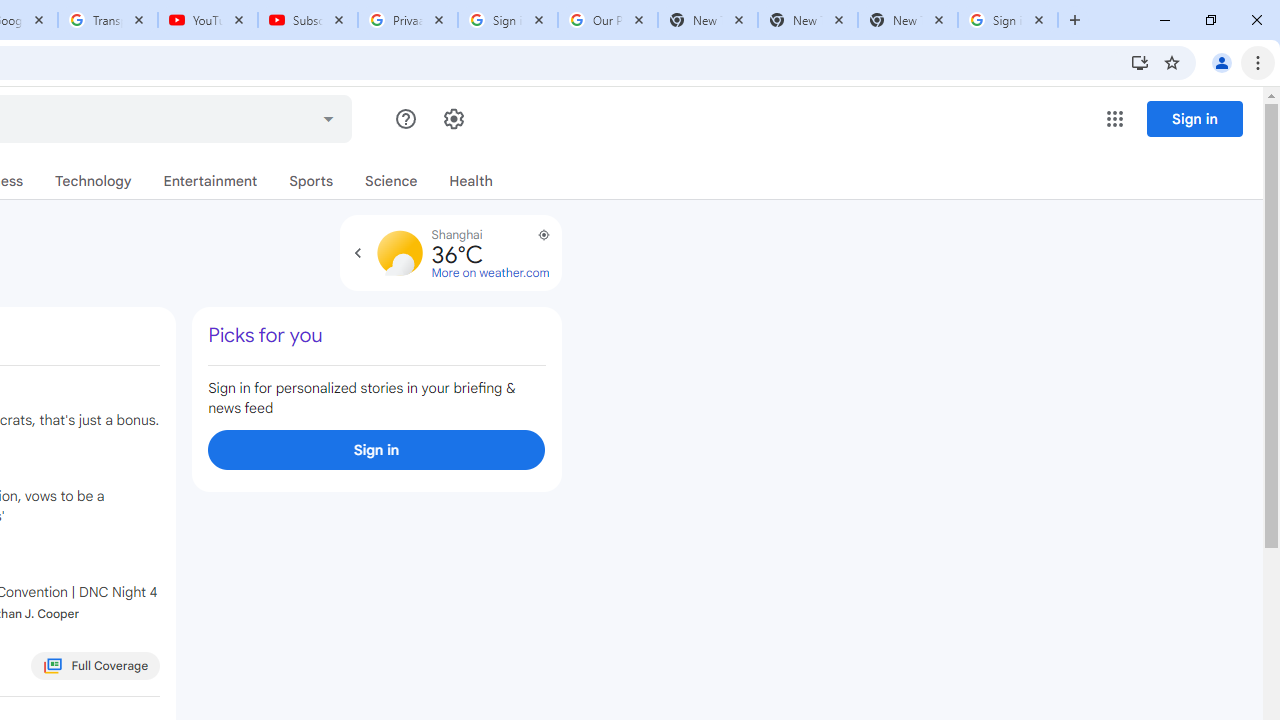  Describe the element at coordinates (310, 181) in the screenshot. I see `'Sports'` at that location.